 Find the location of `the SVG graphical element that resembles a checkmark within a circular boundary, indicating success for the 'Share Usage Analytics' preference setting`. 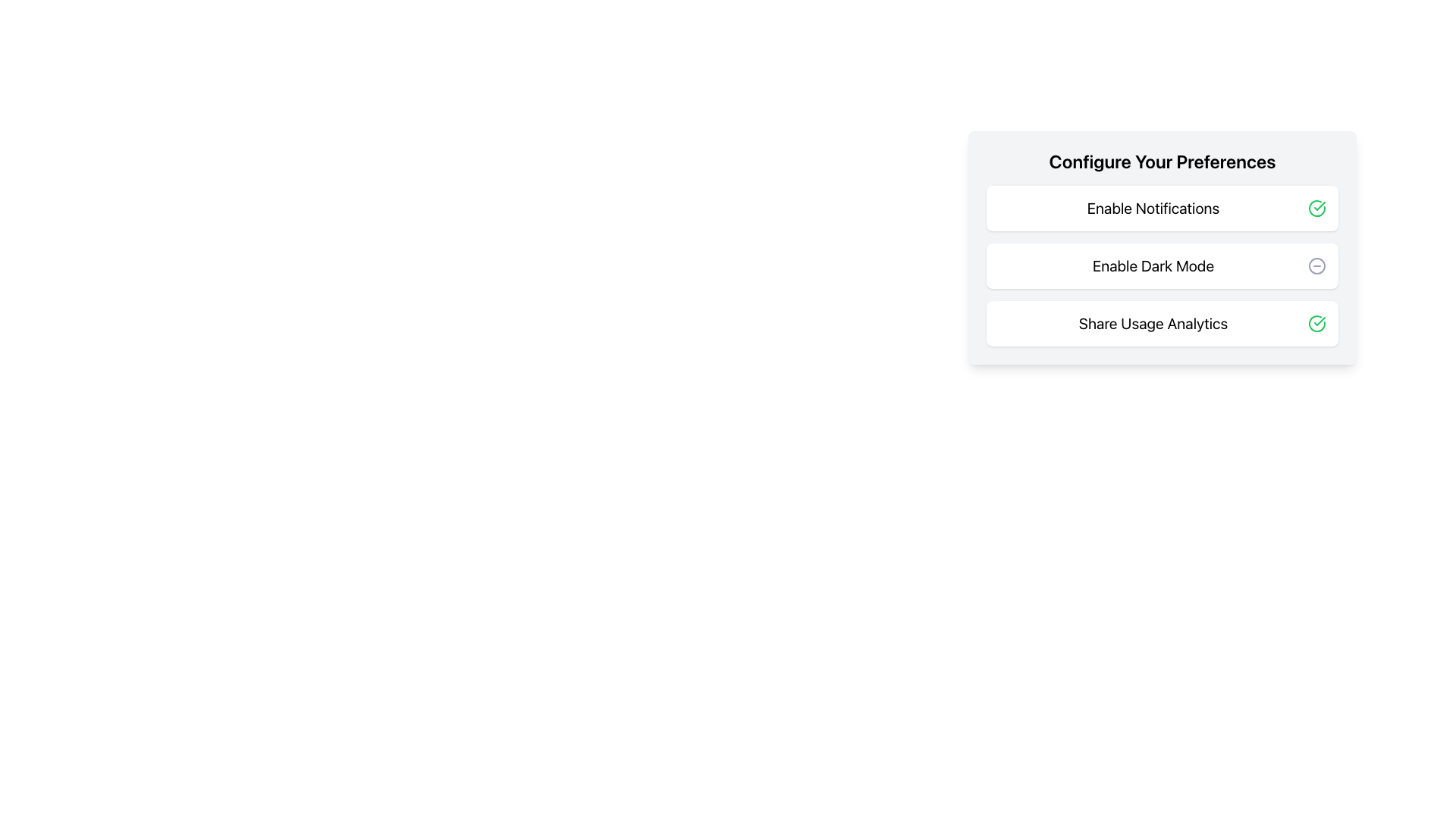

the SVG graphical element that resembles a checkmark within a circular boundary, indicating success for the 'Share Usage Analytics' preference setting is located at coordinates (1319, 206).